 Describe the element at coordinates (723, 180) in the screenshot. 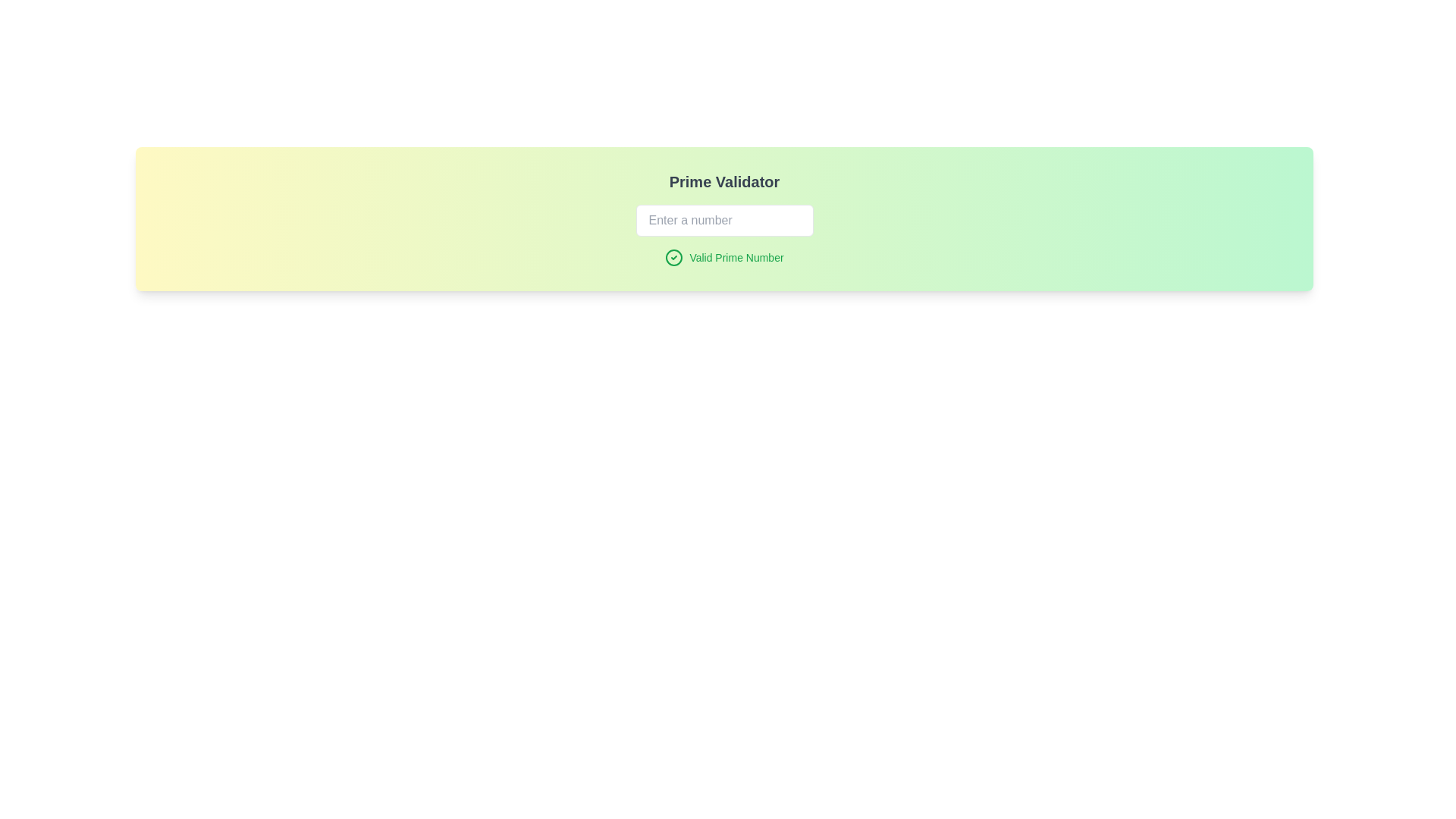

I see `the bold text label 'Prime Validator' which is prominently displayed at the top of the section, above the input field and status message` at that location.